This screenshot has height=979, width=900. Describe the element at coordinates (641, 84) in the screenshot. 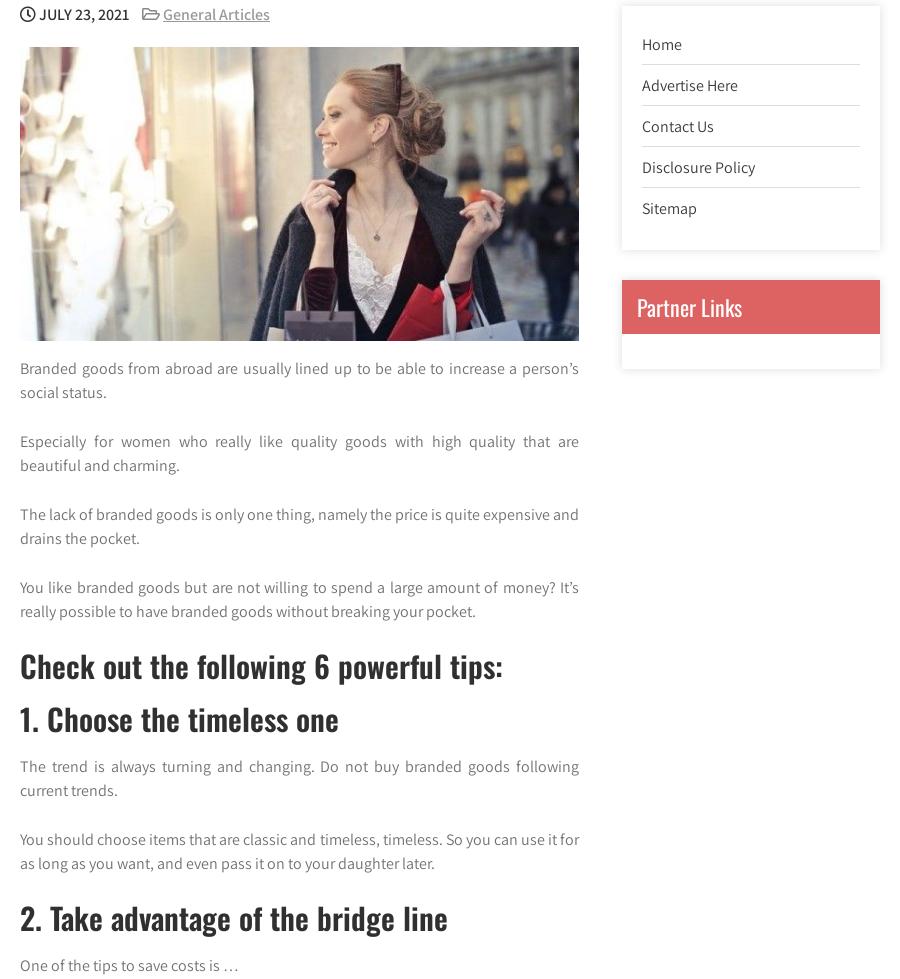

I see `'Advertise Here'` at that location.